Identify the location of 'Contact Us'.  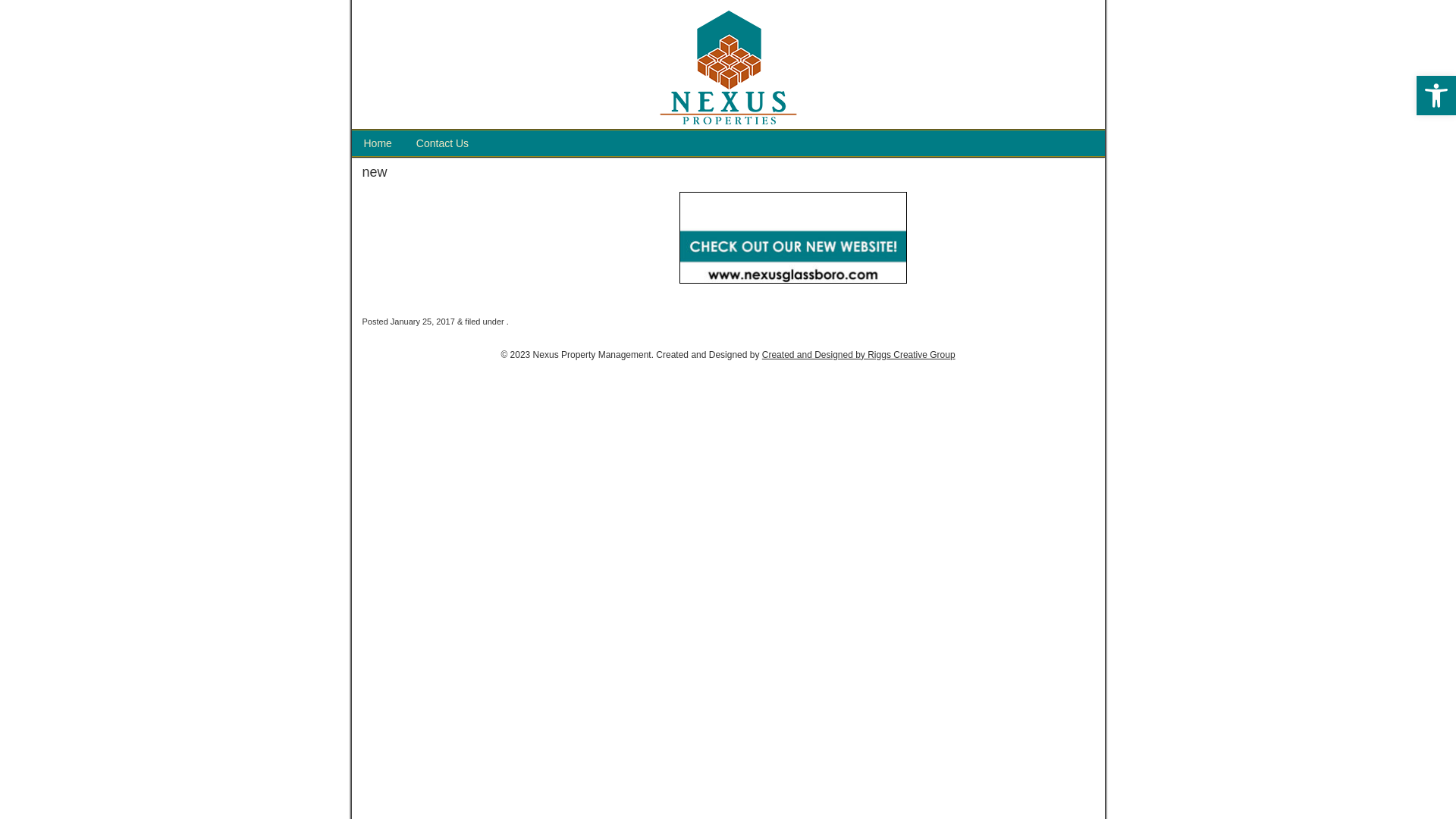
(403, 143).